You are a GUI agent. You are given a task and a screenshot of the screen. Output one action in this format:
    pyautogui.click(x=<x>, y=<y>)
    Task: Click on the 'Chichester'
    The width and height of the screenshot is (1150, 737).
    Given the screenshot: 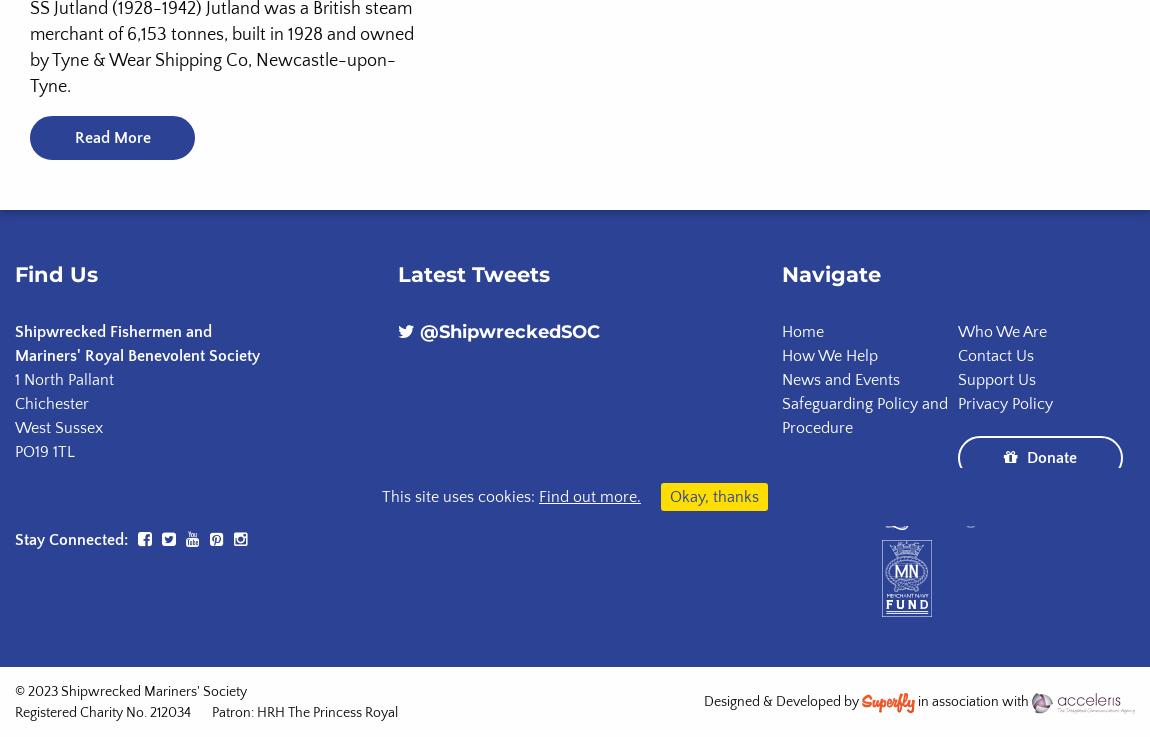 What is the action you would take?
    pyautogui.click(x=50, y=402)
    